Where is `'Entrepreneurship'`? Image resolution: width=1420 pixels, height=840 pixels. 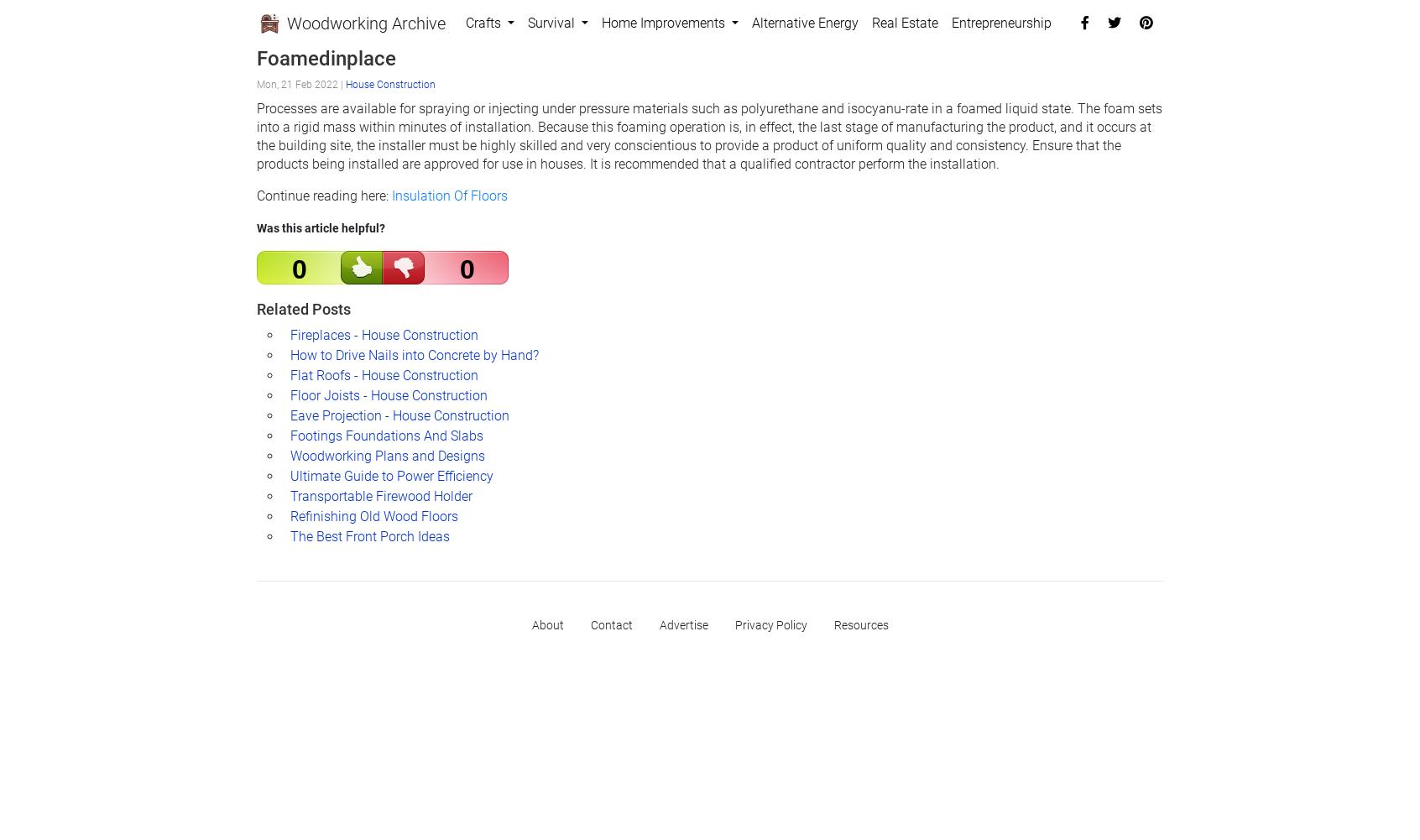
'Entrepreneurship' is located at coordinates (1000, 23).